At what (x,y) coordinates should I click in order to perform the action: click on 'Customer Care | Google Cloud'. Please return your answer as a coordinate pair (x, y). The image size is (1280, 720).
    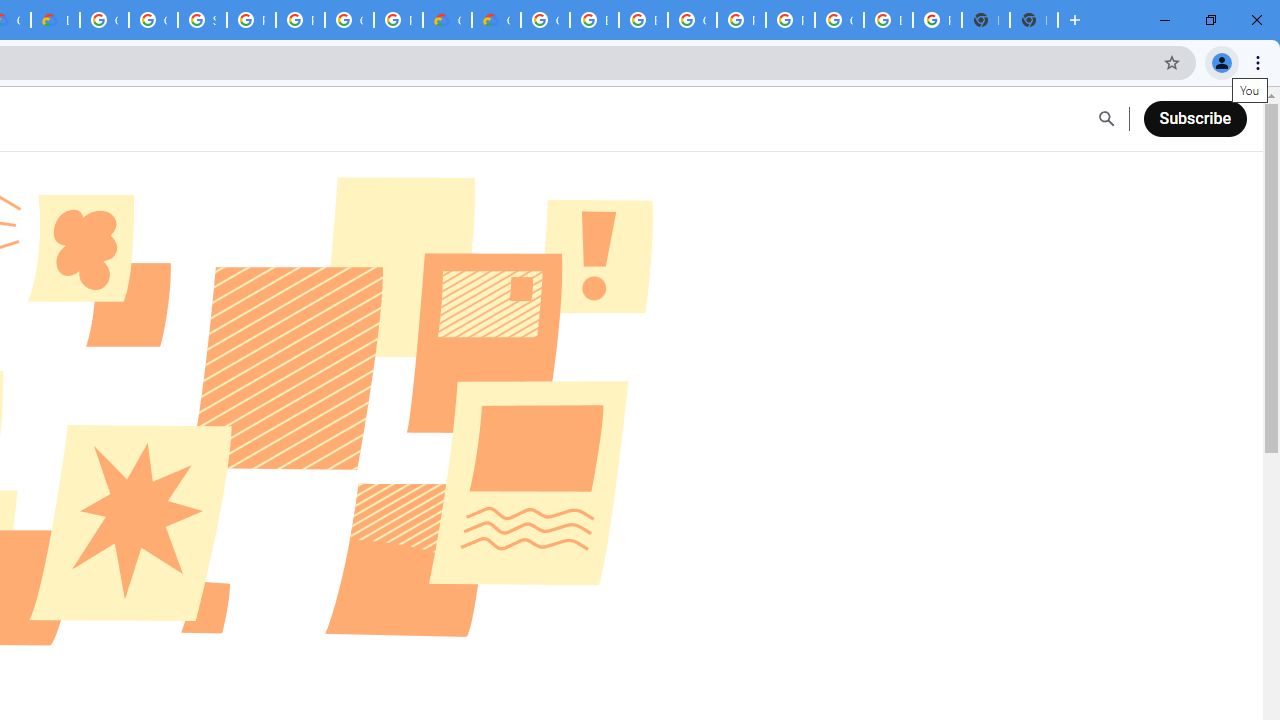
    Looking at the image, I should click on (446, 20).